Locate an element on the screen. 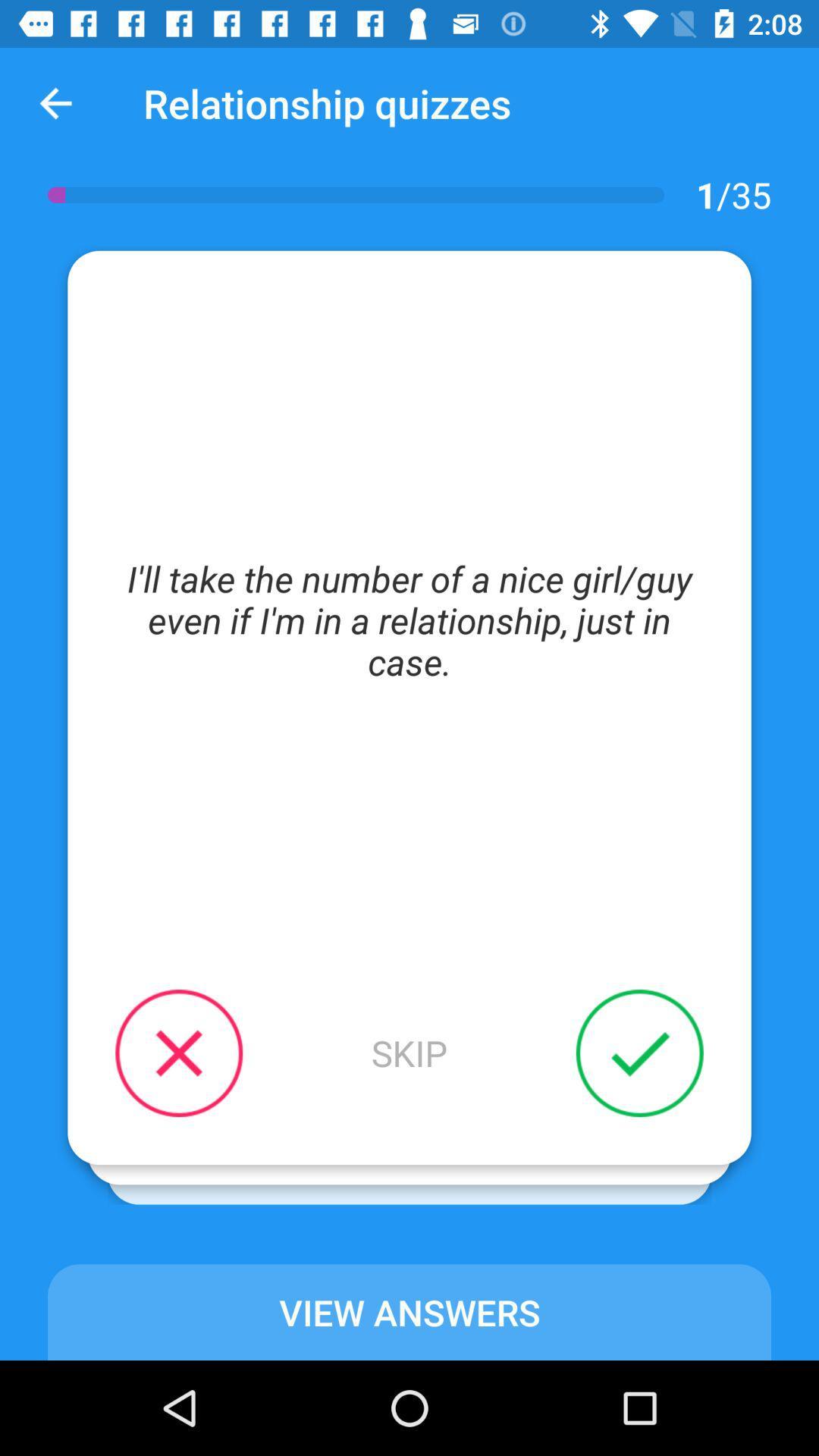  the close icon is located at coordinates (198, 1072).